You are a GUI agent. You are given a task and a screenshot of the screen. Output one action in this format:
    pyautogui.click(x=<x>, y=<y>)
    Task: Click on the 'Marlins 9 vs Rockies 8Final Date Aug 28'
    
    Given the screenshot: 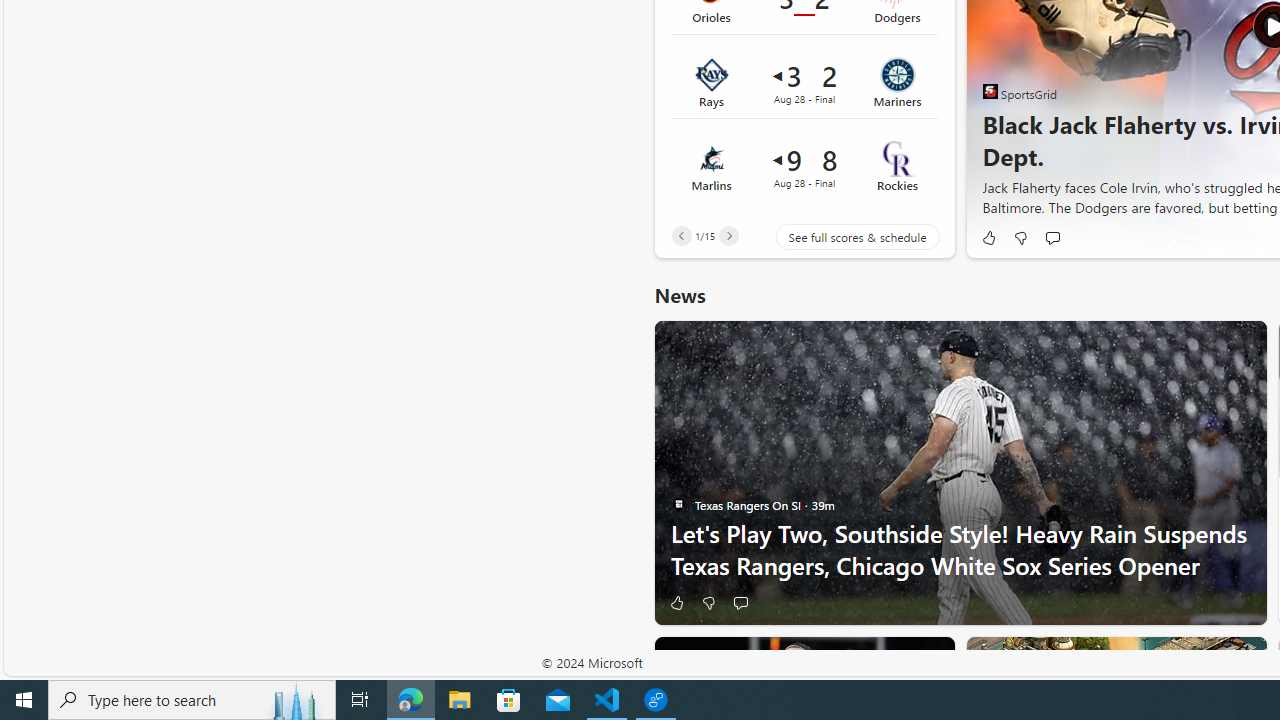 What is the action you would take?
    pyautogui.click(x=804, y=166)
    